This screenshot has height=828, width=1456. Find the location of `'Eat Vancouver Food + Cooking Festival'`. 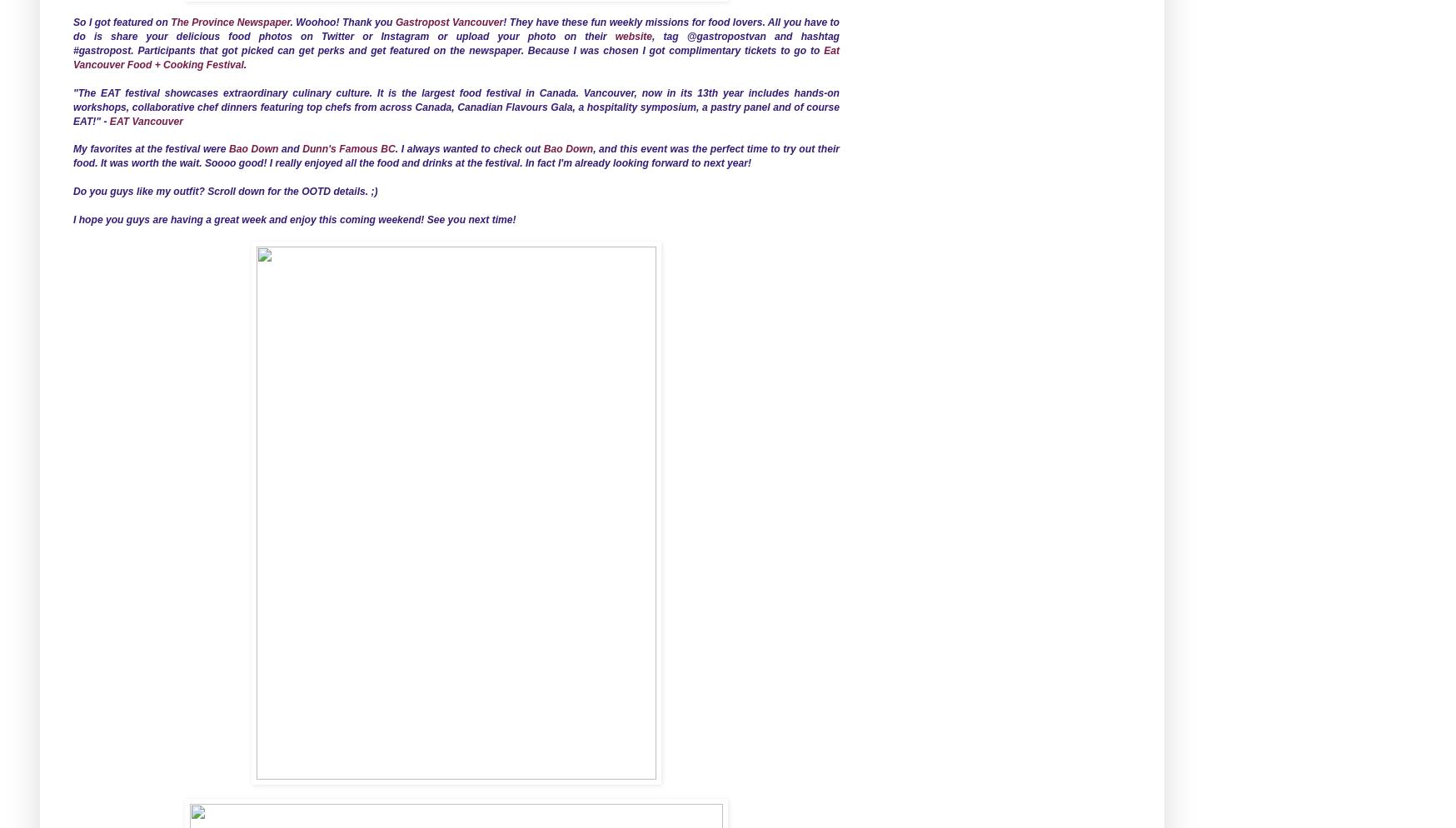

'Eat Vancouver Food + Cooking Festival' is located at coordinates (456, 56).